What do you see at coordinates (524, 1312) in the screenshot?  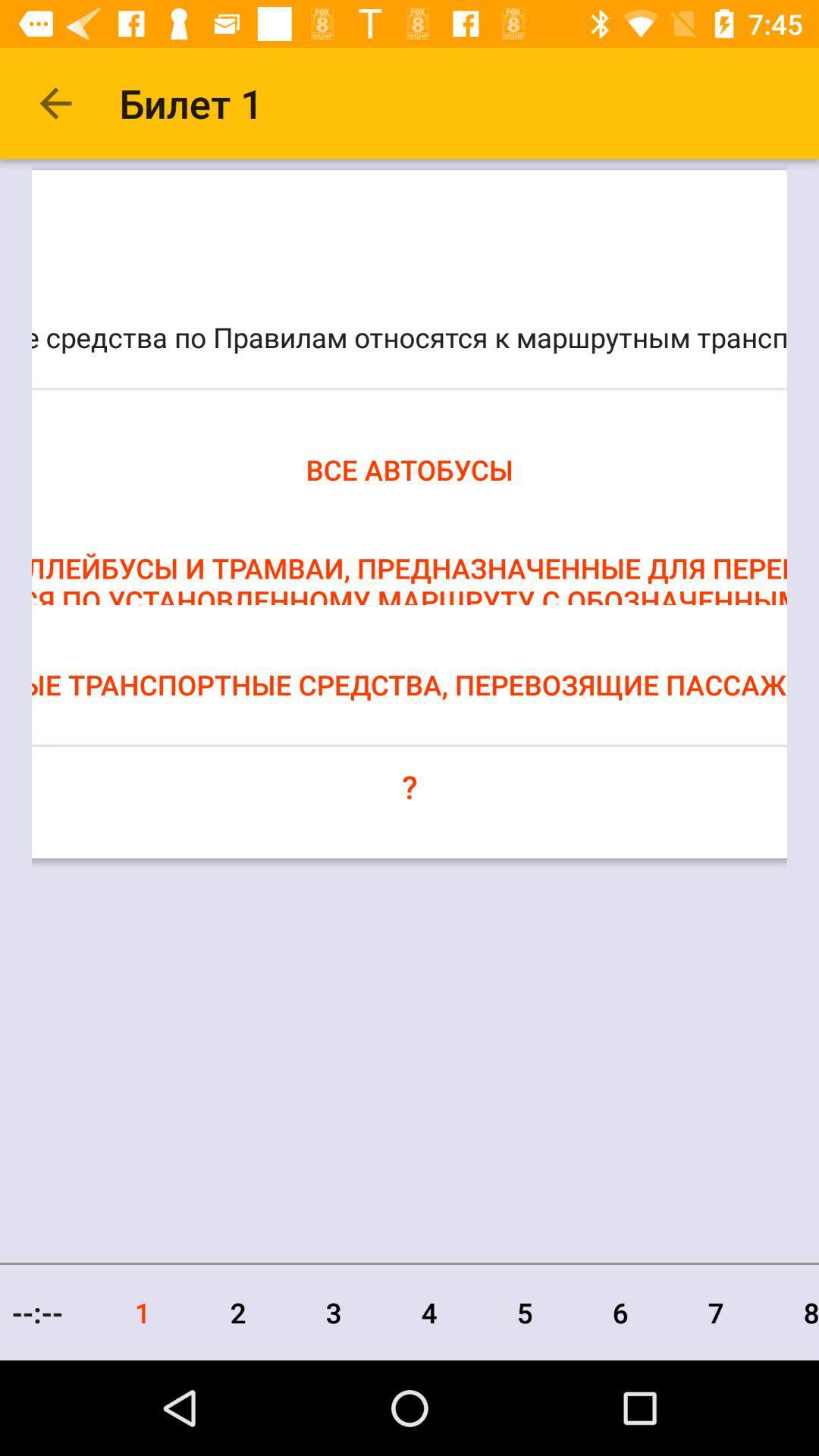 I see `the item next to 4 item` at bounding box center [524, 1312].